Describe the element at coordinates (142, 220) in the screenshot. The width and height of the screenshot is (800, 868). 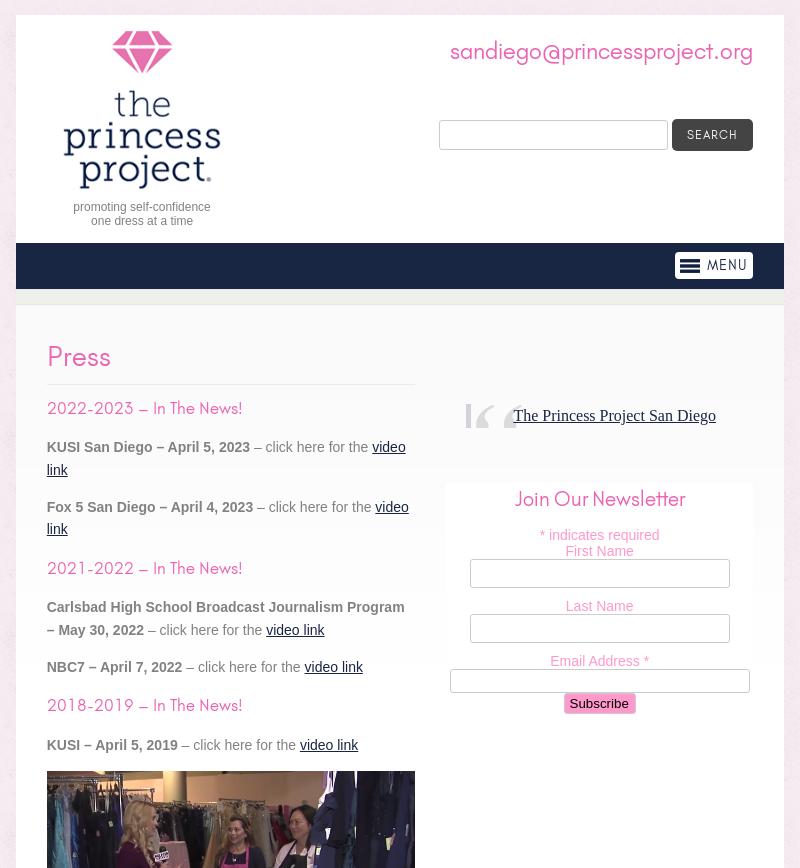
I see `'one dress at a time'` at that location.